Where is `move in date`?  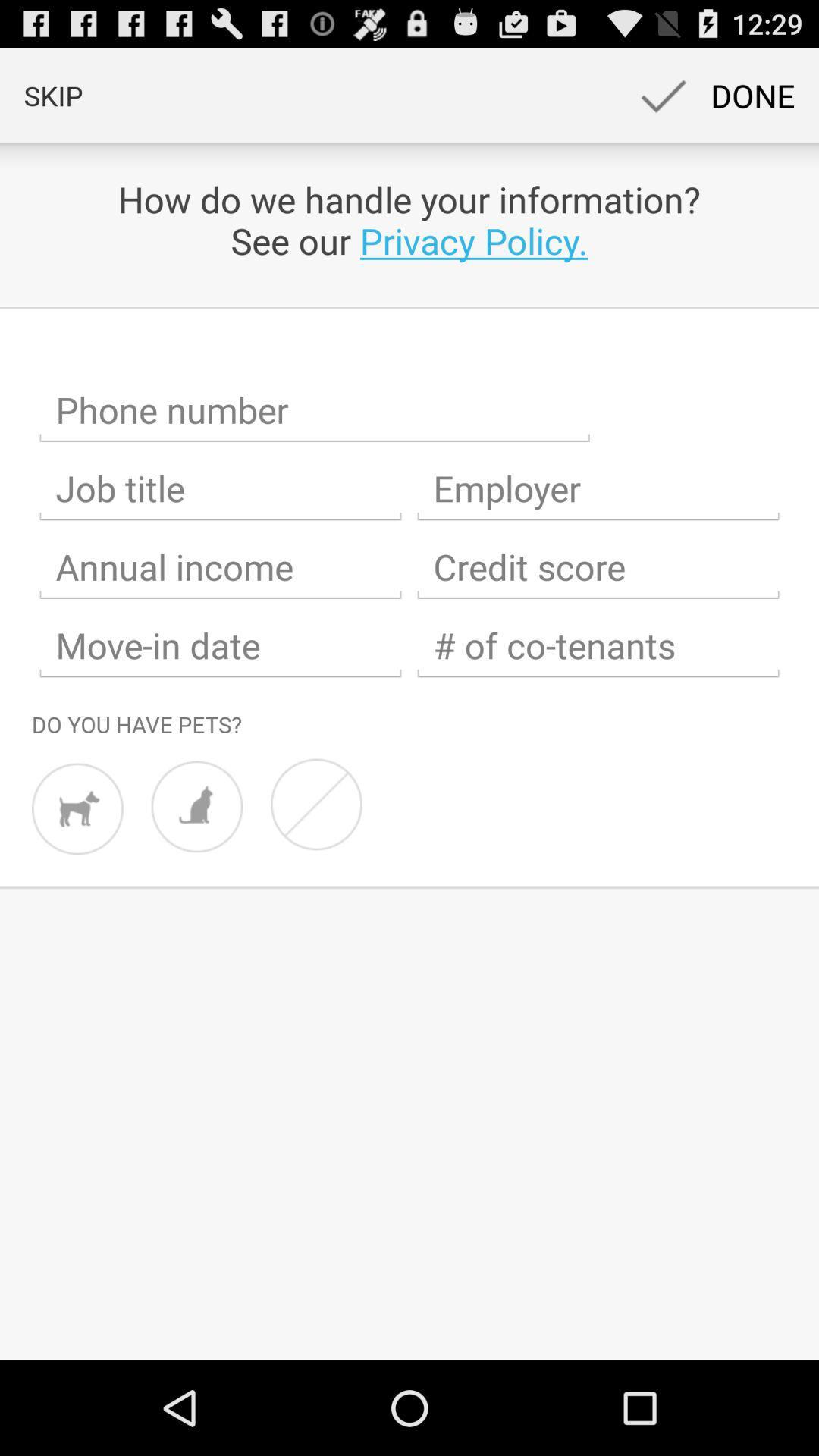
move in date is located at coordinates (220, 645).